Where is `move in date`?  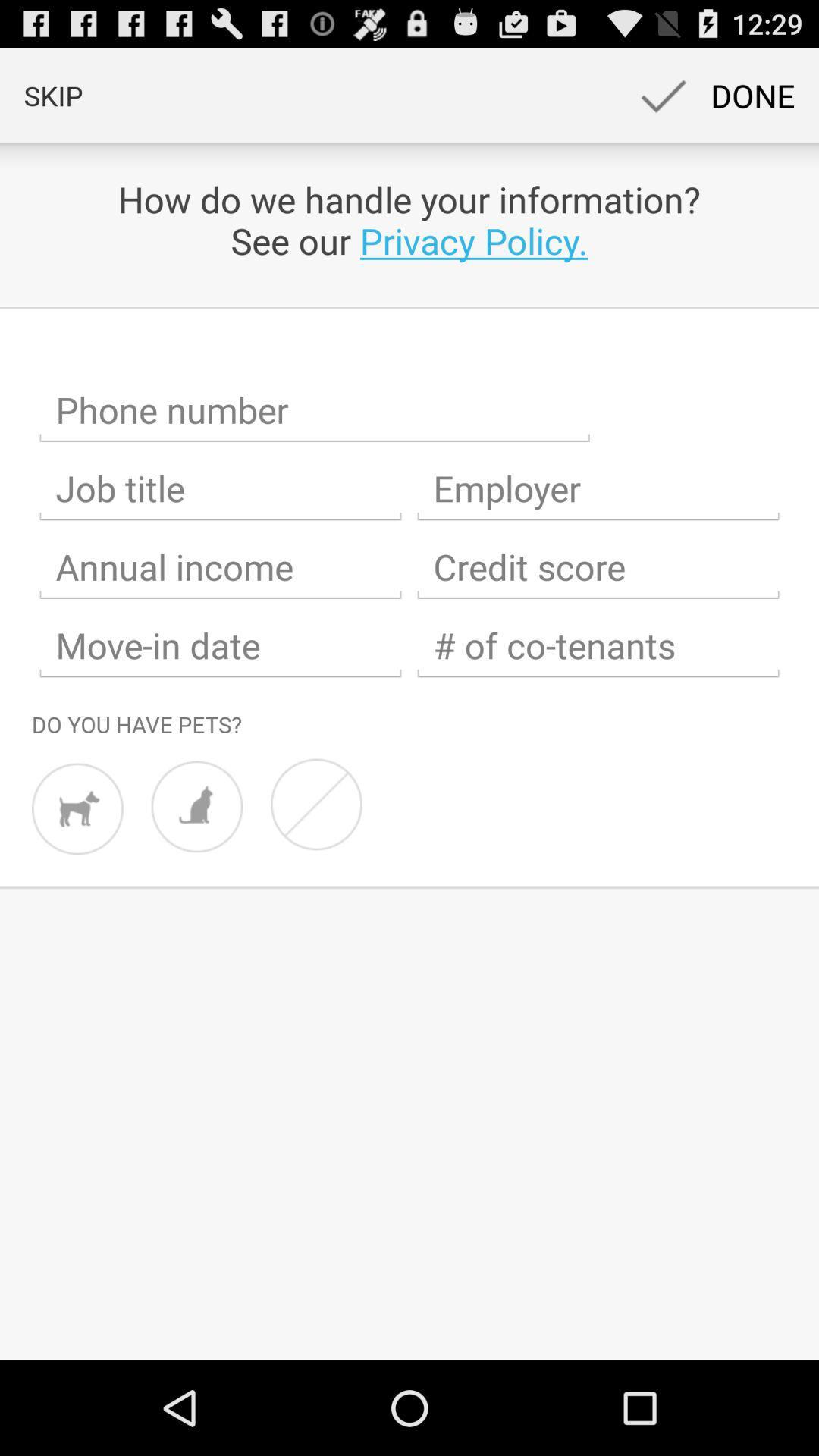
move in date is located at coordinates (220, 645).